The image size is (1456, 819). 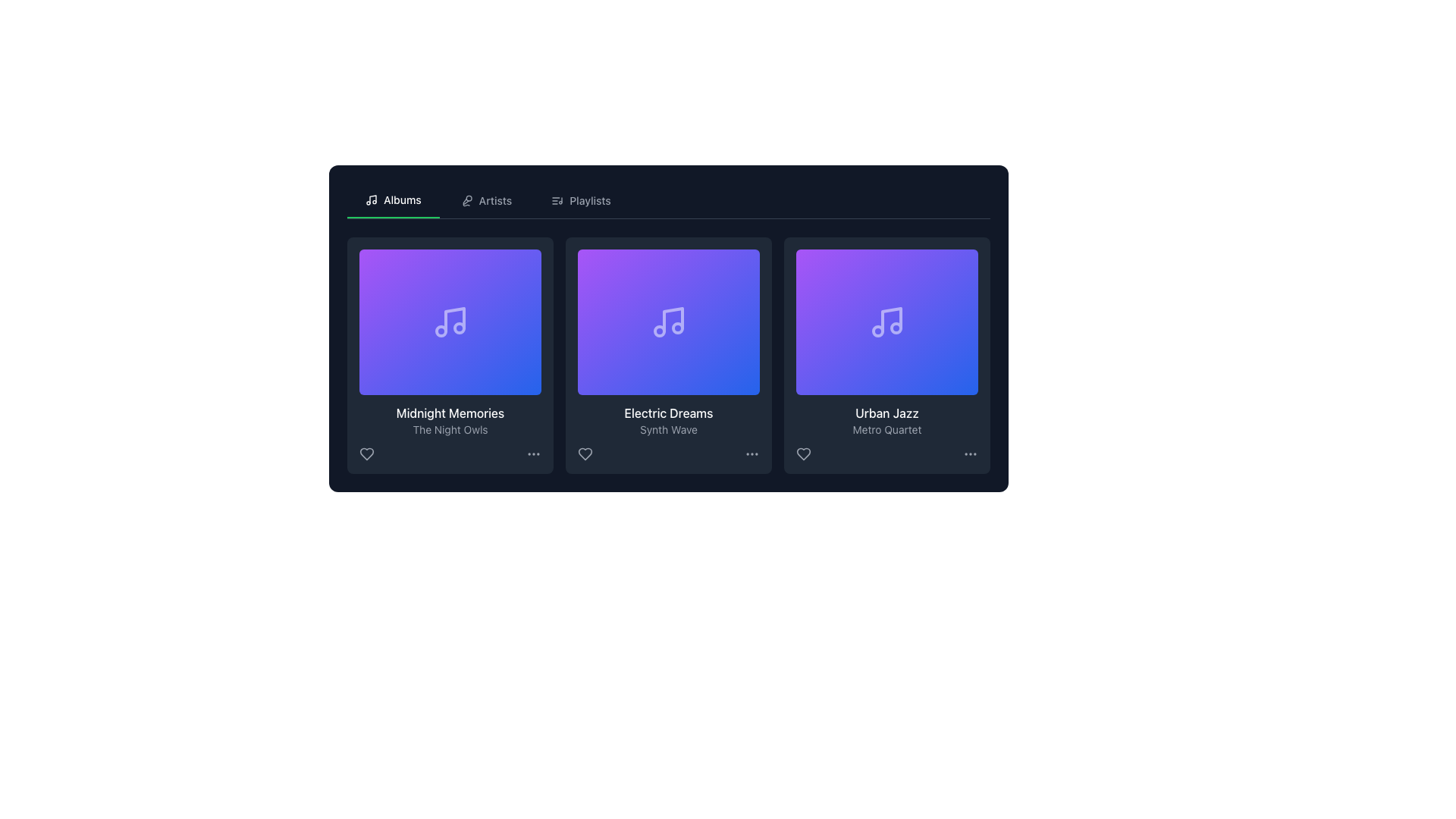 I want to click on the Label displaying 'Midnight Memories' and 'The Night Owls' located below a square graphic in the first card of a horizontal list, so click(x=450, y=421).